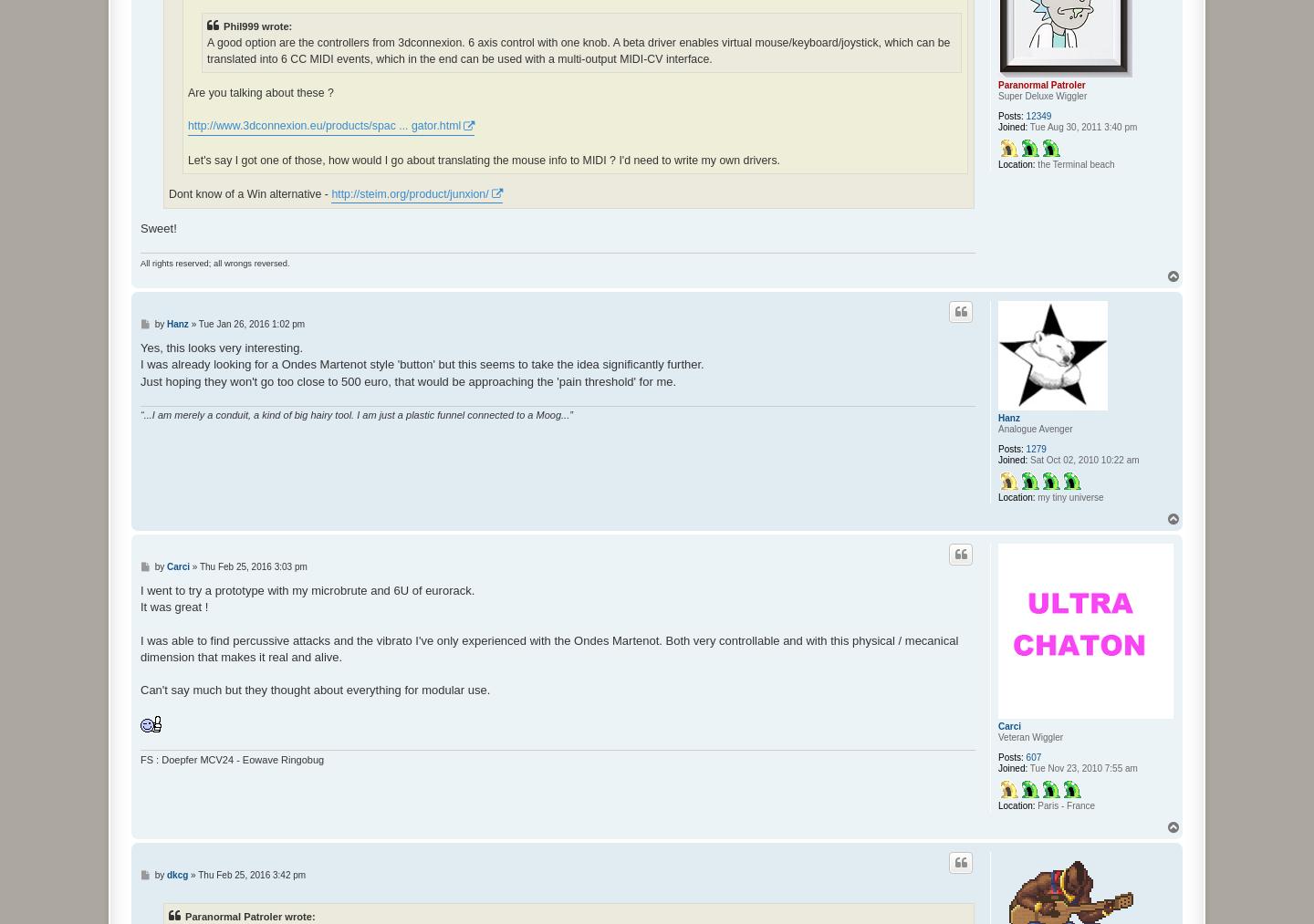 The image size is (1314, 924). What do you see at coordinates (1069, 496) in the screenshot?
I see `'my tiny universe'` at bounding box center [1069, 496].